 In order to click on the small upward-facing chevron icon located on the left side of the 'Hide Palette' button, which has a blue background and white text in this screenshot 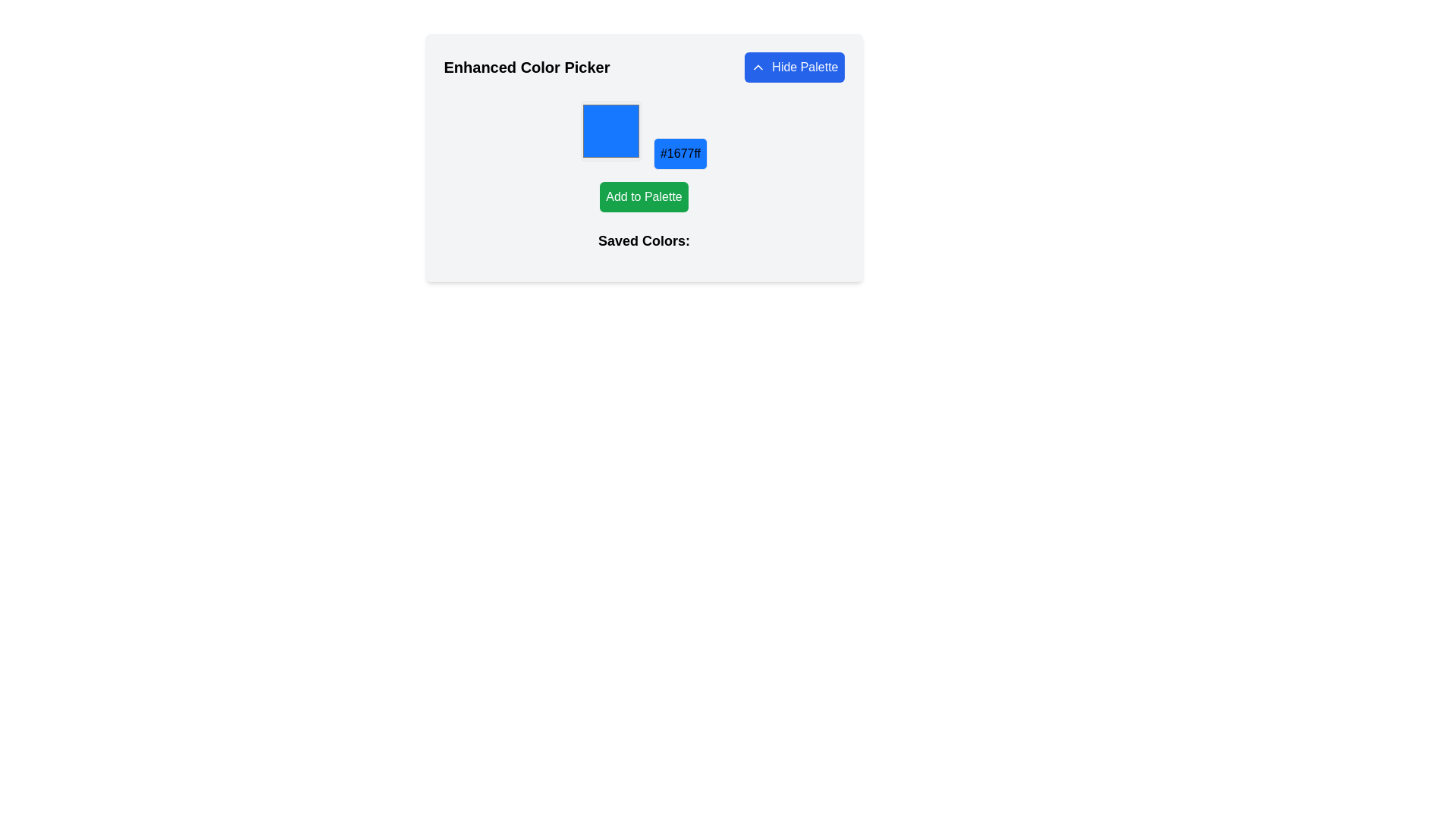, I will do `click(758, 66)`.